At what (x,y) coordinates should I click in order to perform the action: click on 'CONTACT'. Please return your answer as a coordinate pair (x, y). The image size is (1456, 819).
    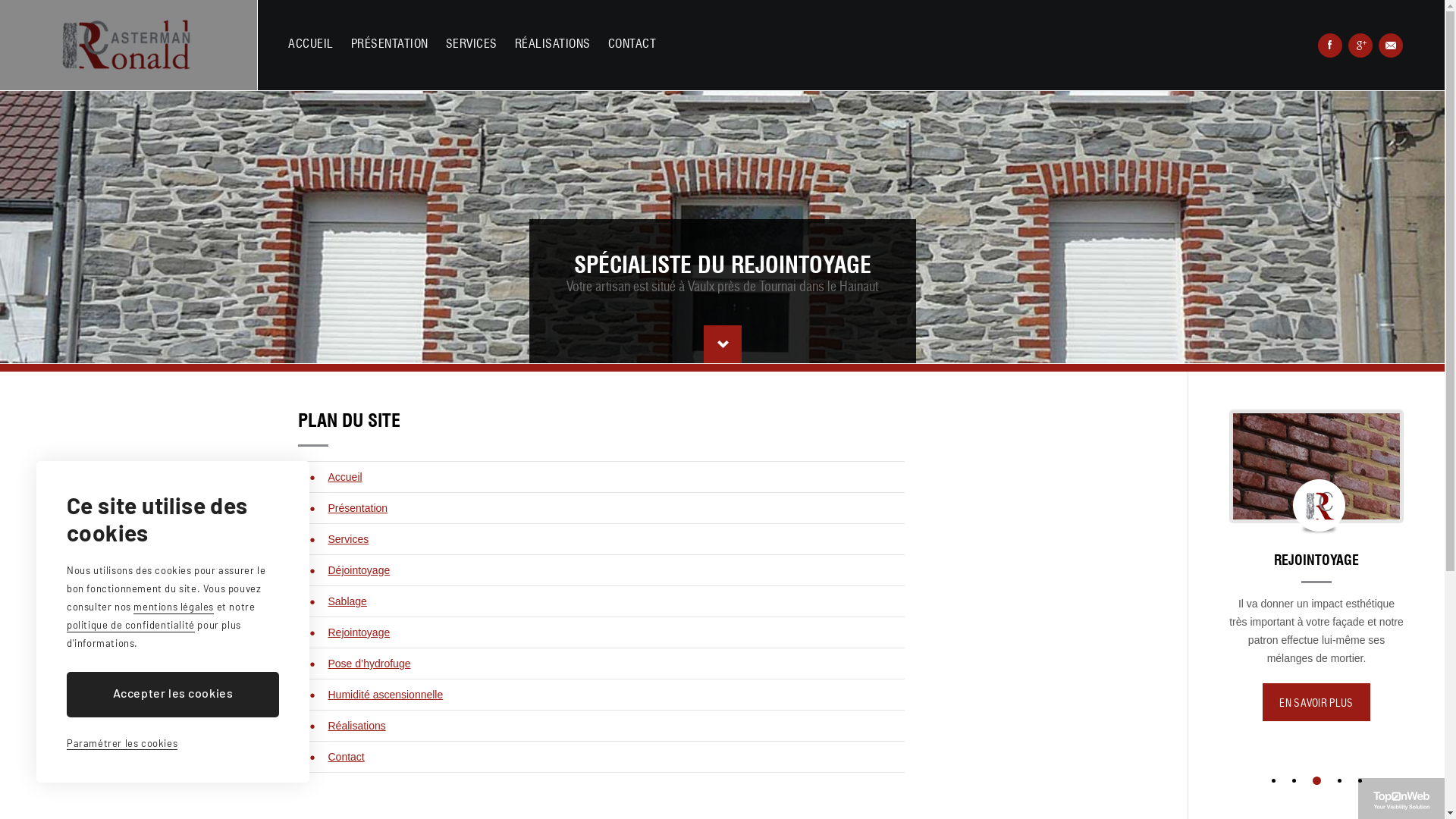
    Looking at the image, I should click on (607, 43).